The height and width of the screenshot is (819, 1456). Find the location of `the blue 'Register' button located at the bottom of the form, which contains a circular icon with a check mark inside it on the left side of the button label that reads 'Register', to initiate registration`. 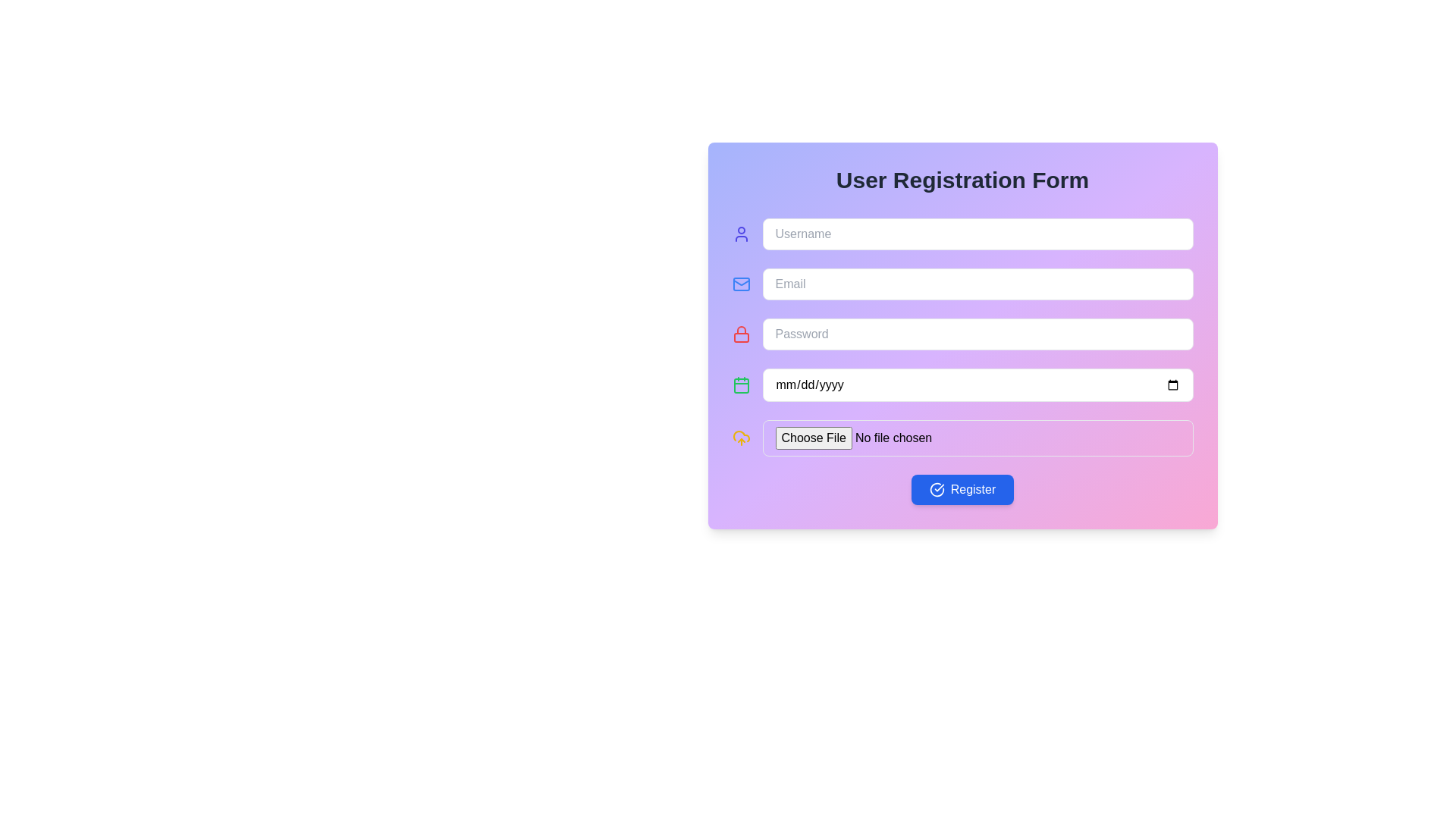

the blue 'Register' button located at the bottom of the form, which contains a circular icon with a check mark inside it on the left side of the button label that reads 'Register', to initiate registration is located at coordinates (936, 489).